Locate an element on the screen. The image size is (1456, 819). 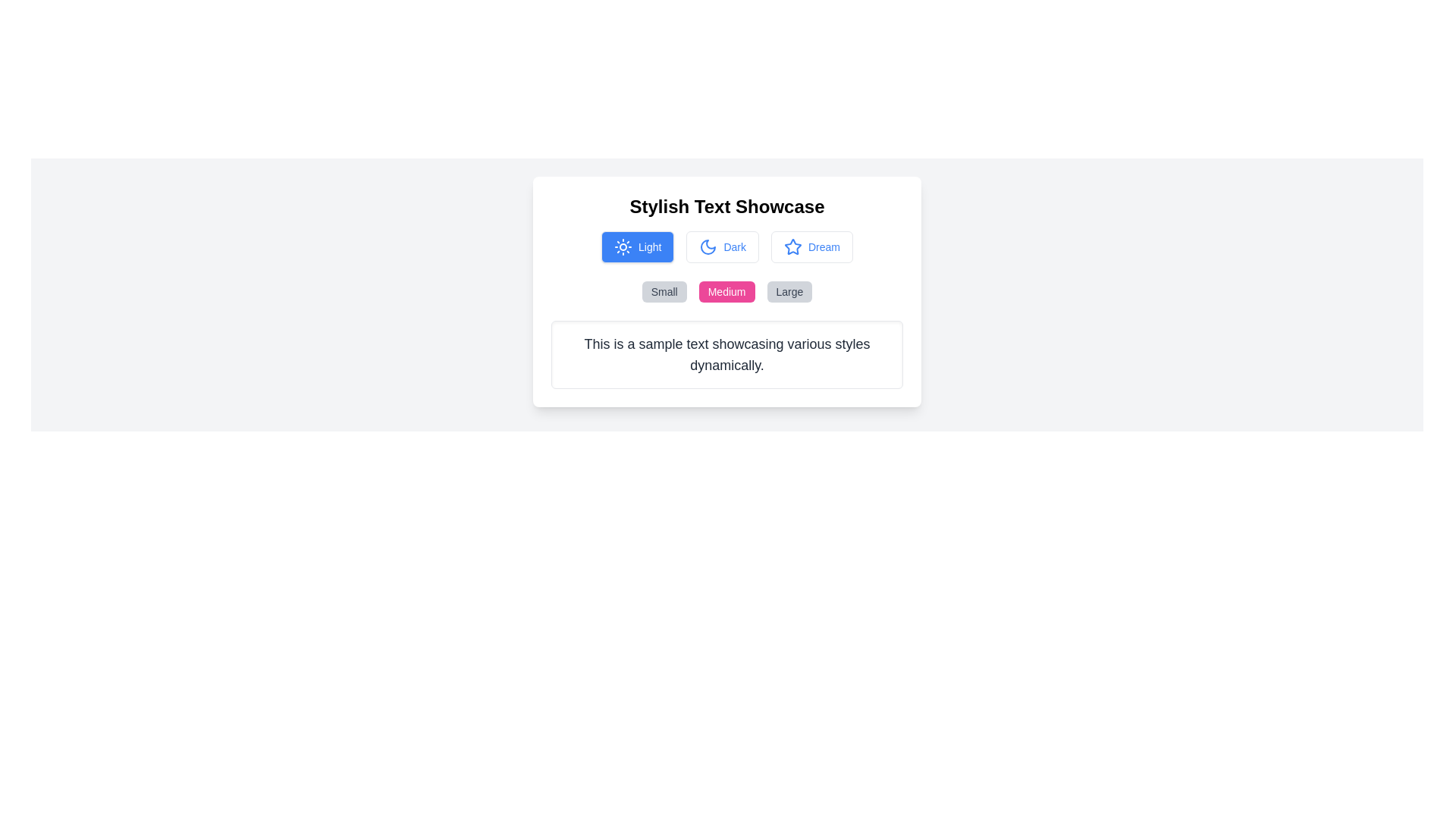
the star-shaped graphic outlined in blue located to the left of the text 'Dream' within the button labeled 'Dream' is located at coordinates (792, 246).